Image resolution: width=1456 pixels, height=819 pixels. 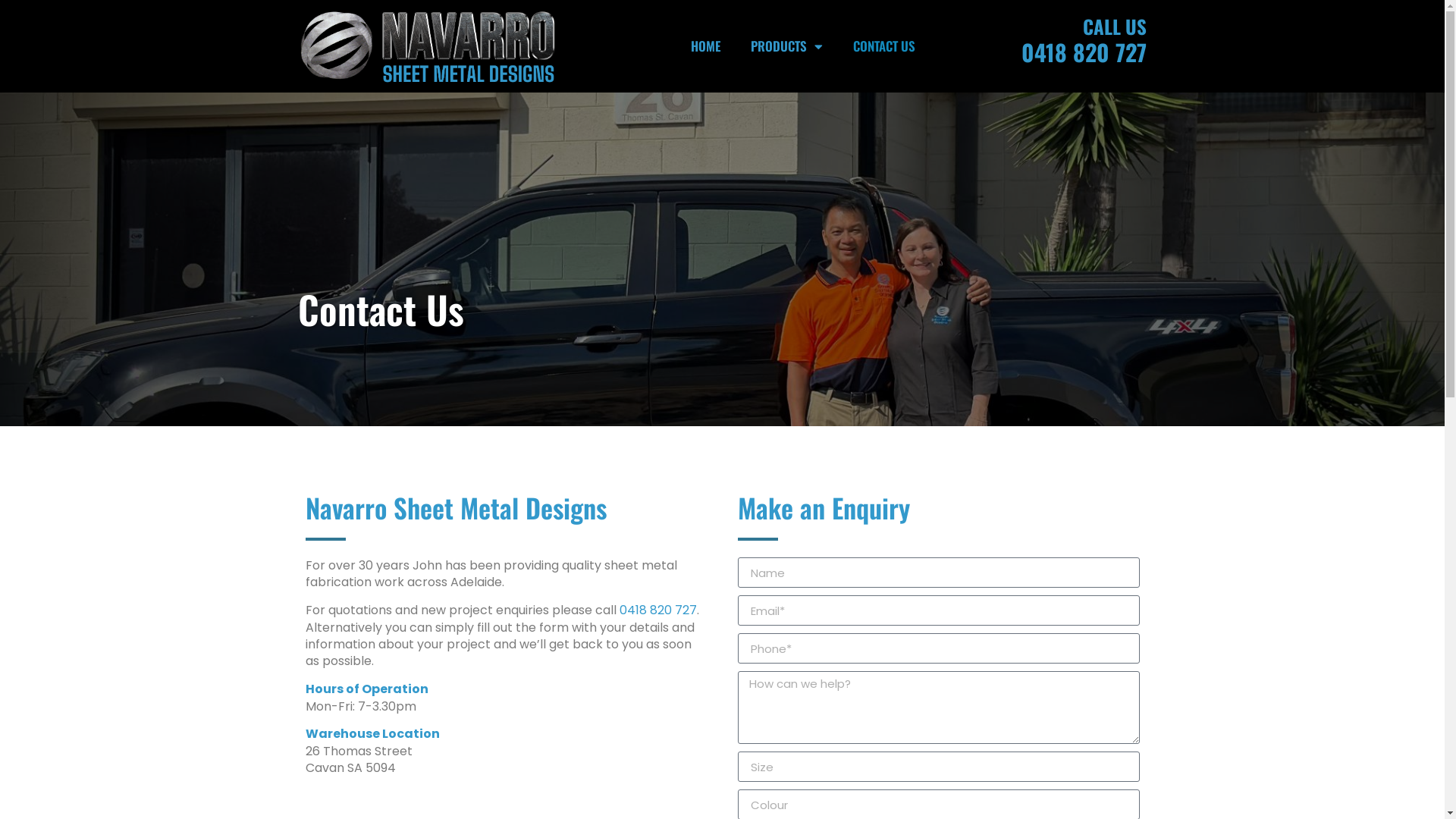 I want to click on 'PRODUCTS', so click(x=786, y=45).